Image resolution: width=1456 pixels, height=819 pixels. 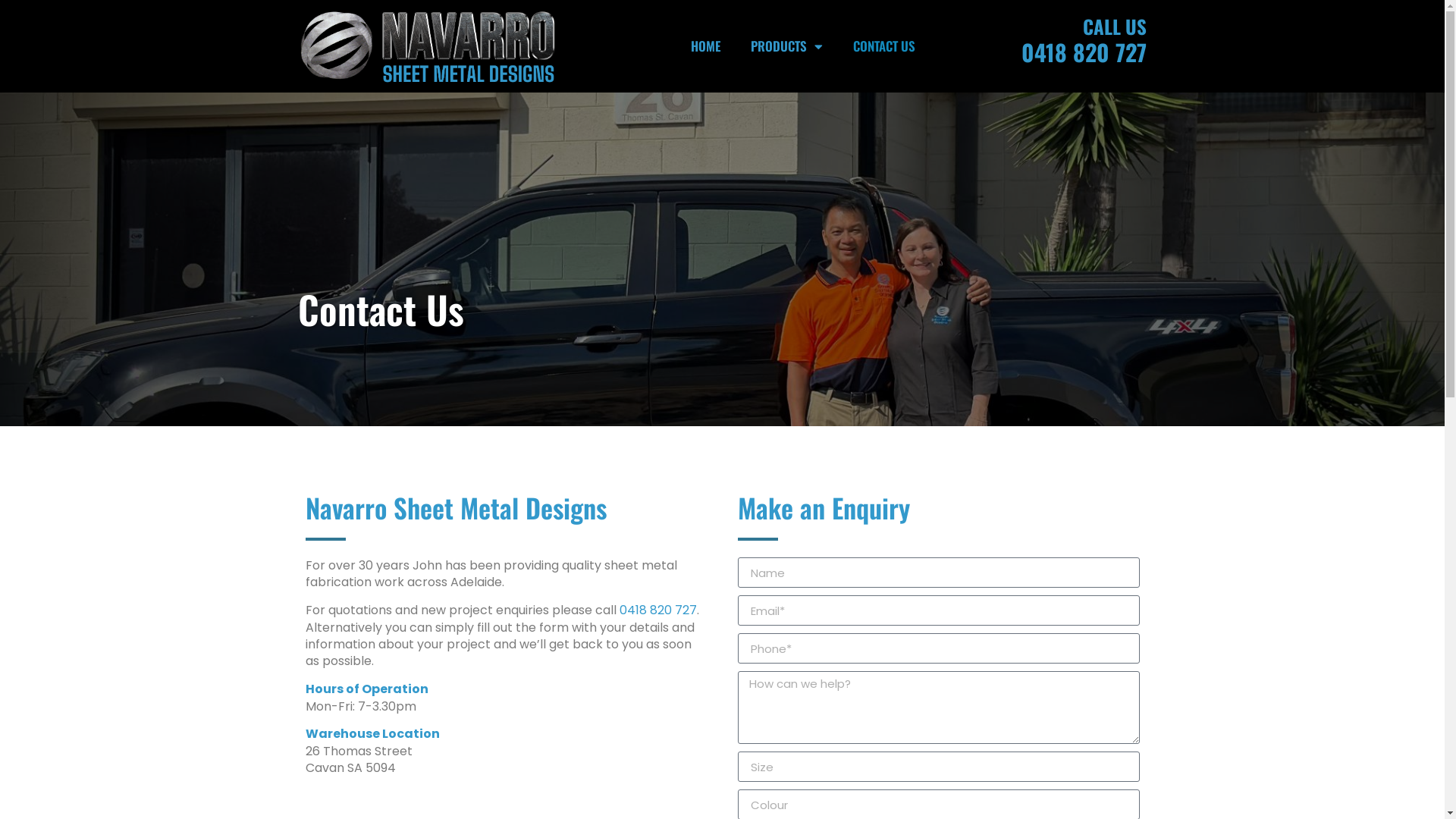 I want to click on 'PRODUCTS', so click(x=786, y=45).